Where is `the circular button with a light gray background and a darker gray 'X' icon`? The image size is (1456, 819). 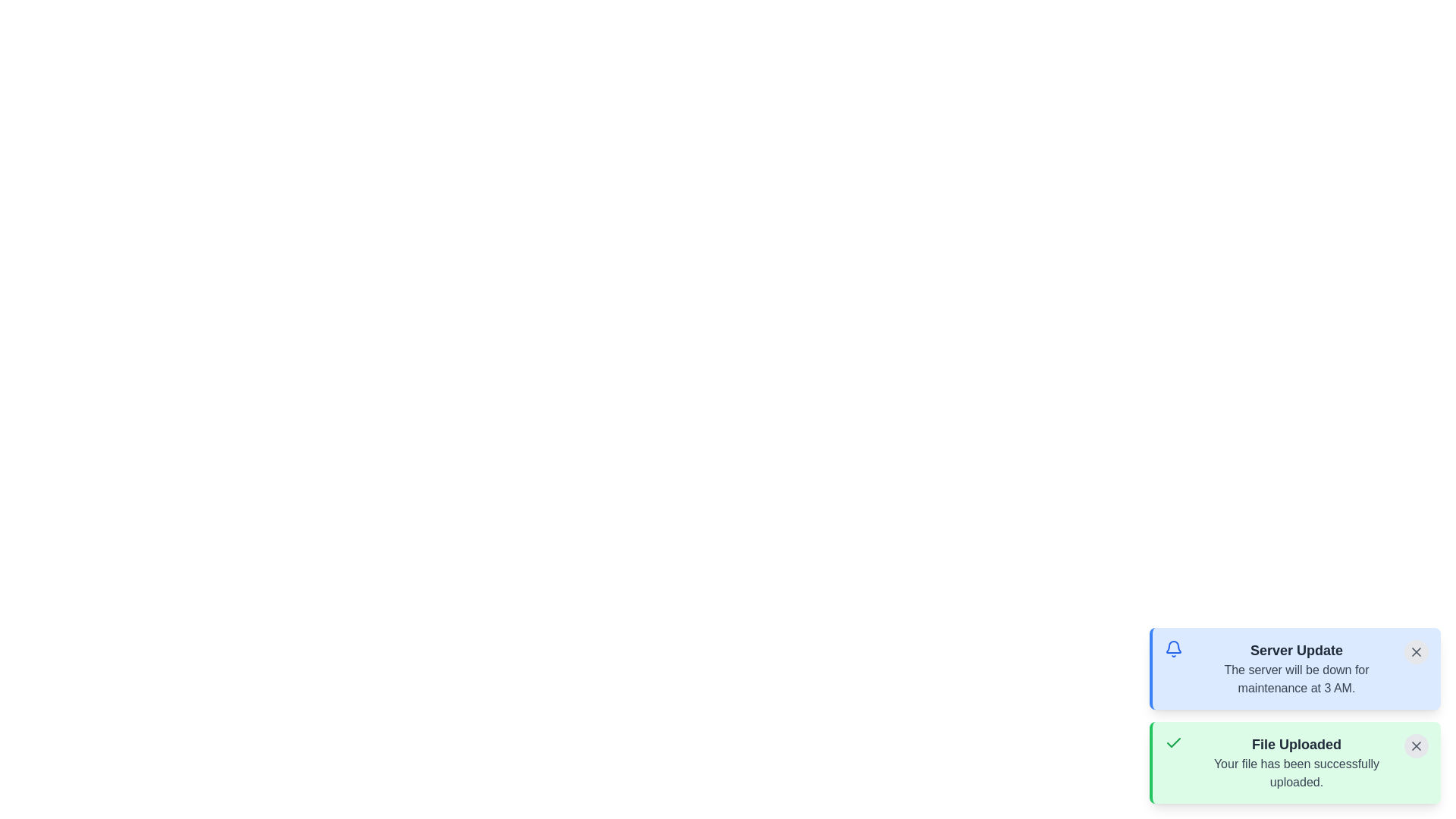
the circular button with a light gray background and a darker gray 'X' icon is located at coordinates (1415, 745).